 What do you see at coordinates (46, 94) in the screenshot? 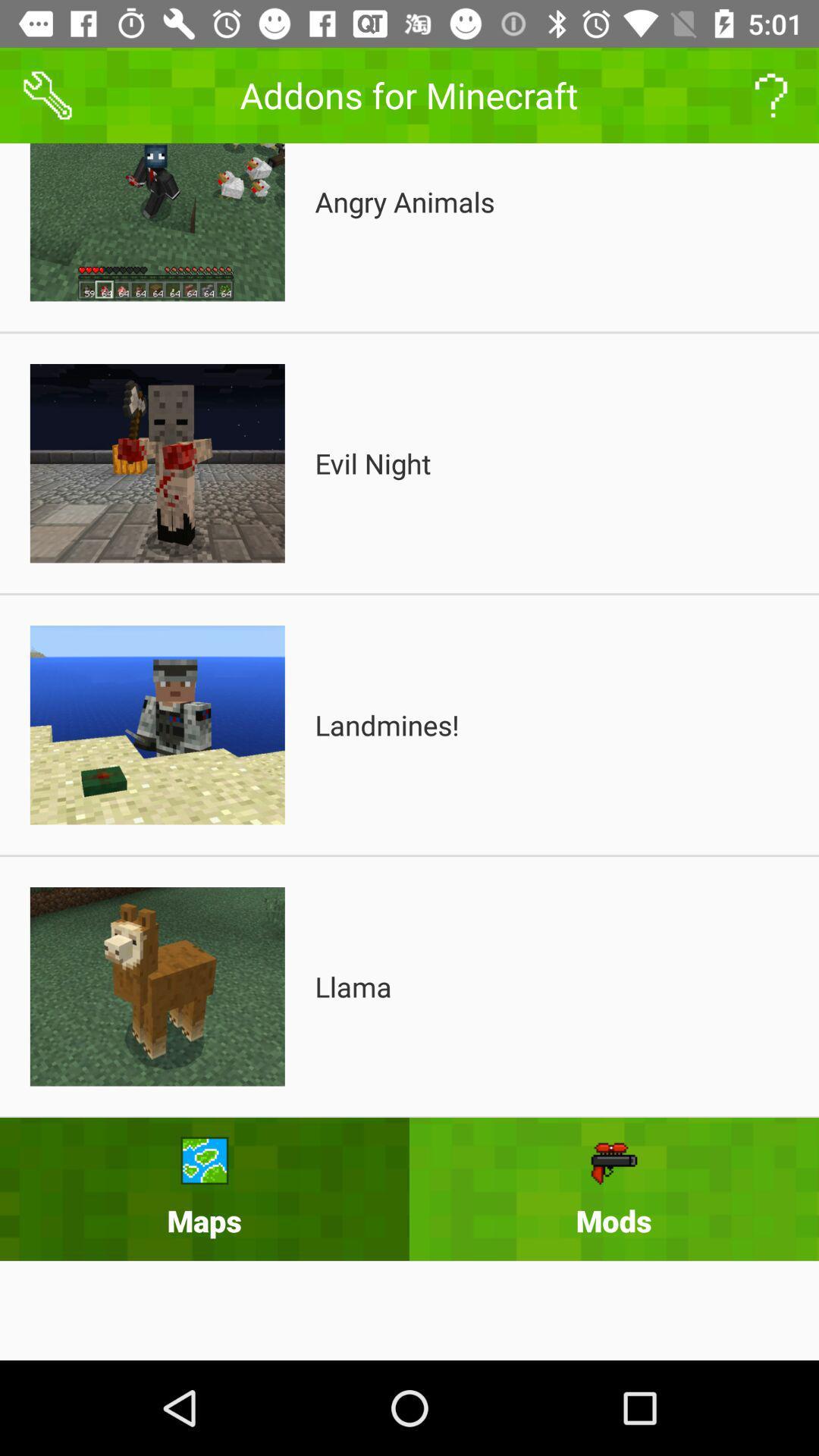
I see `the build icon` at bounding box center [46, 94].